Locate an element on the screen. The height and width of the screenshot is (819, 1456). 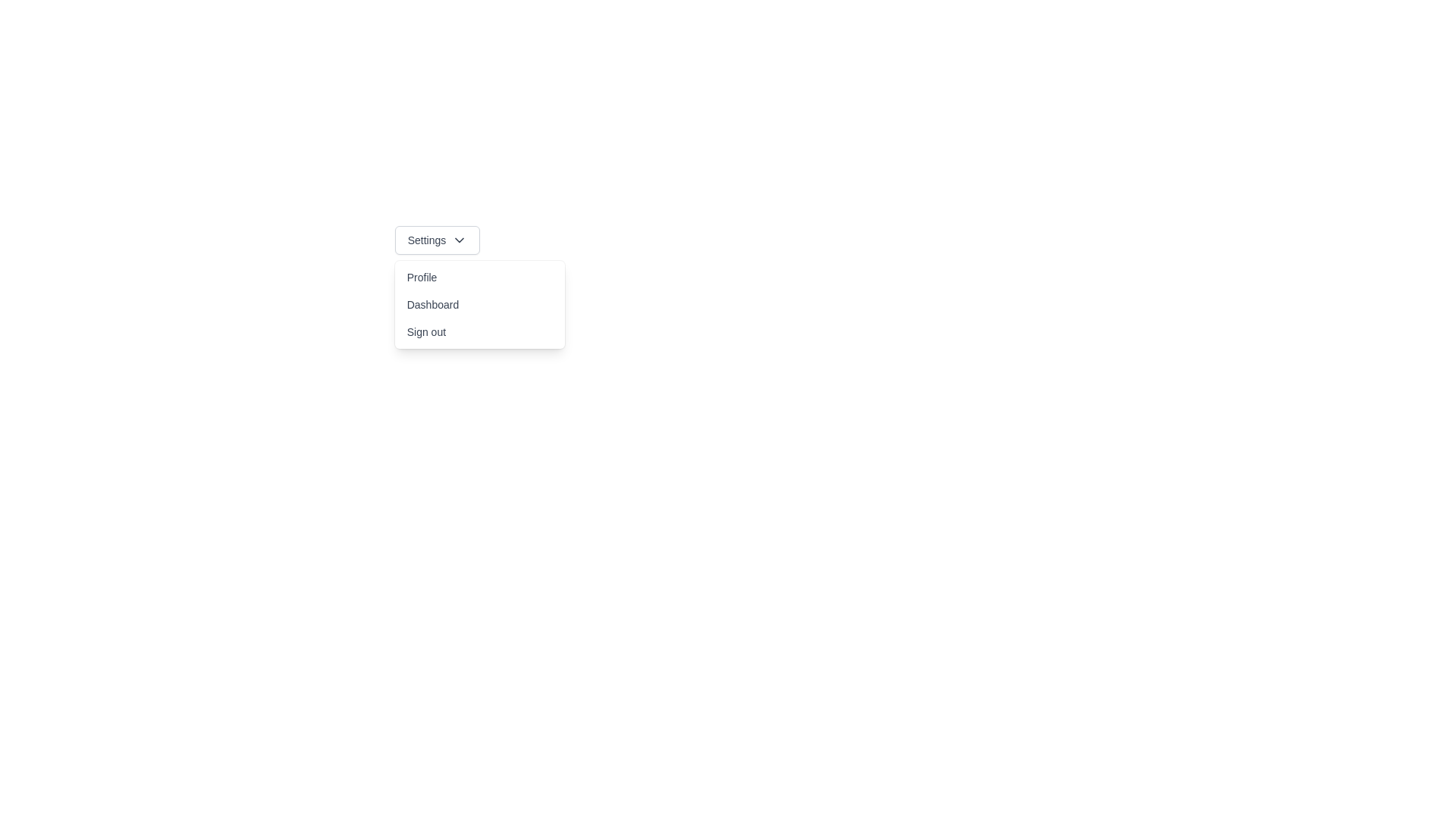
the 'Profile' menu item located directly beneath the 'Settings' button in the dropdown menu is located at coordinates (479, 278).